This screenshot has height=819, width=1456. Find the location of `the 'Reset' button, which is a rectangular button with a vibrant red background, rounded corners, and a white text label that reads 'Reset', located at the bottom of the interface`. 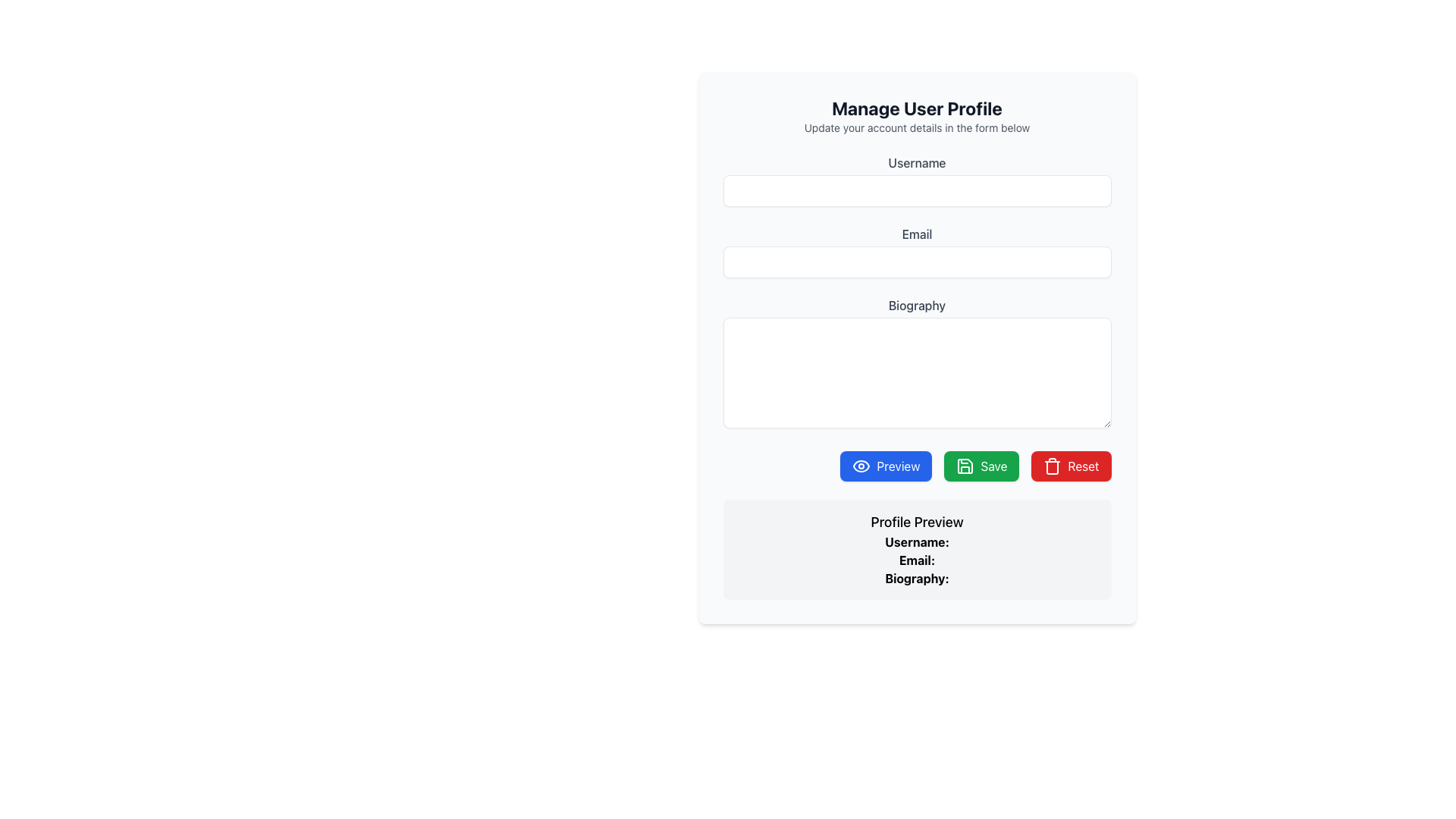

the 'Reset' button, which is a rectangular button with a vibrant red background, rounded corners, and a white text label that reads 'Reset', located at the bottom of the interface is located at coordinates (1070, 465).